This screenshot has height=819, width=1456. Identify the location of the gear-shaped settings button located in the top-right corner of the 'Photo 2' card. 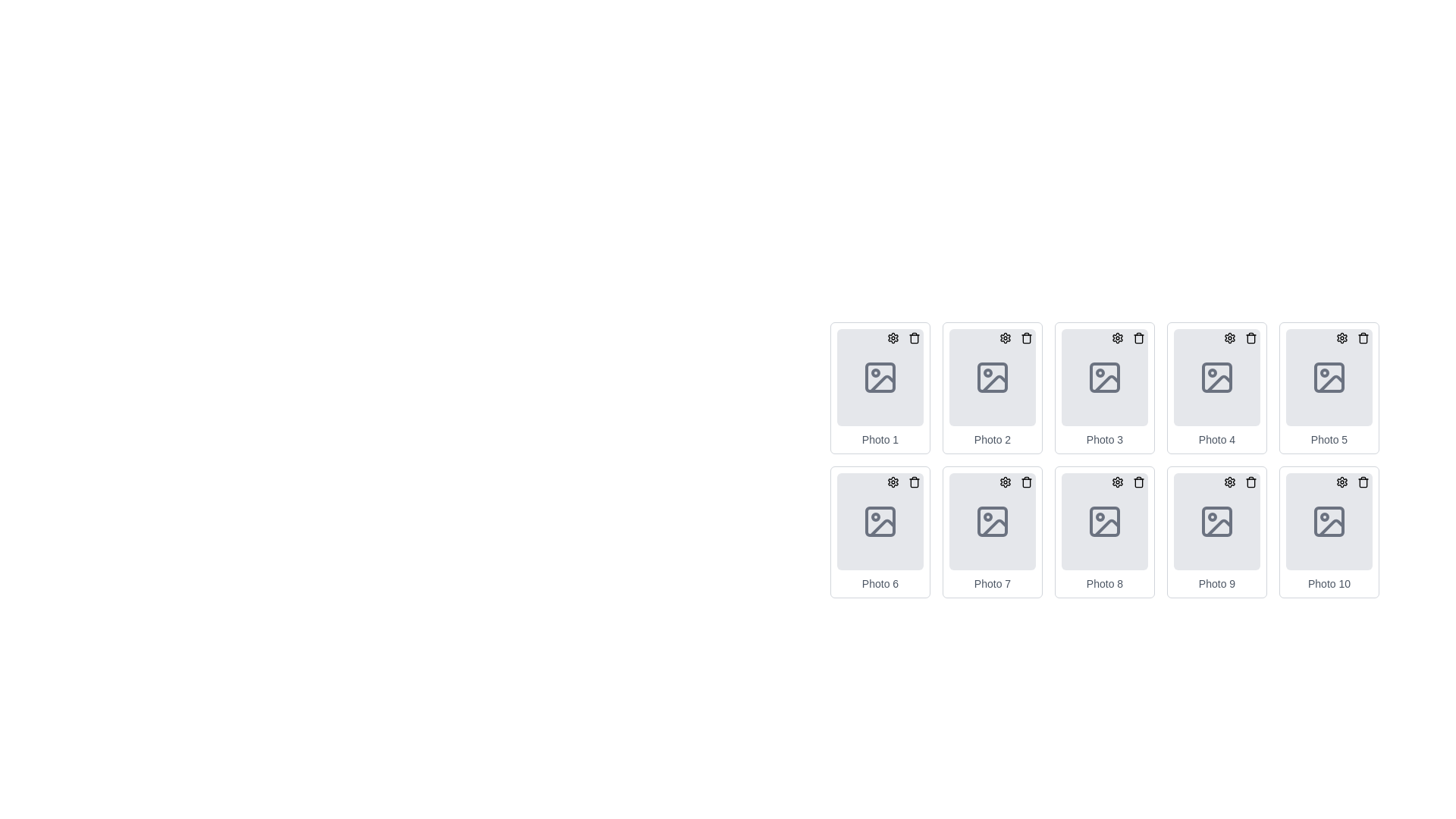
(1005, 337).